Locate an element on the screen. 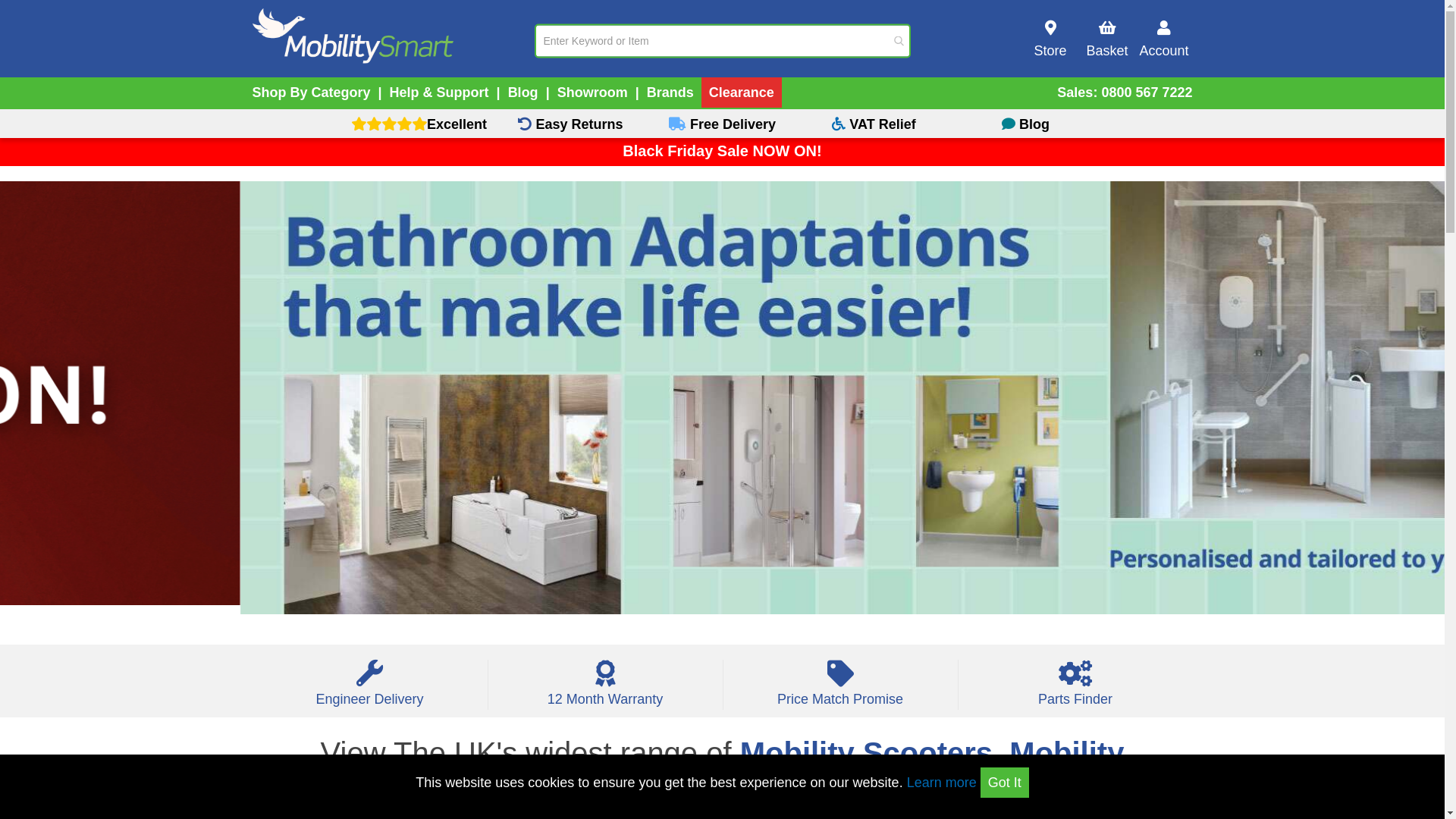  'Easy Returns' is located at coordinates (570, 123).